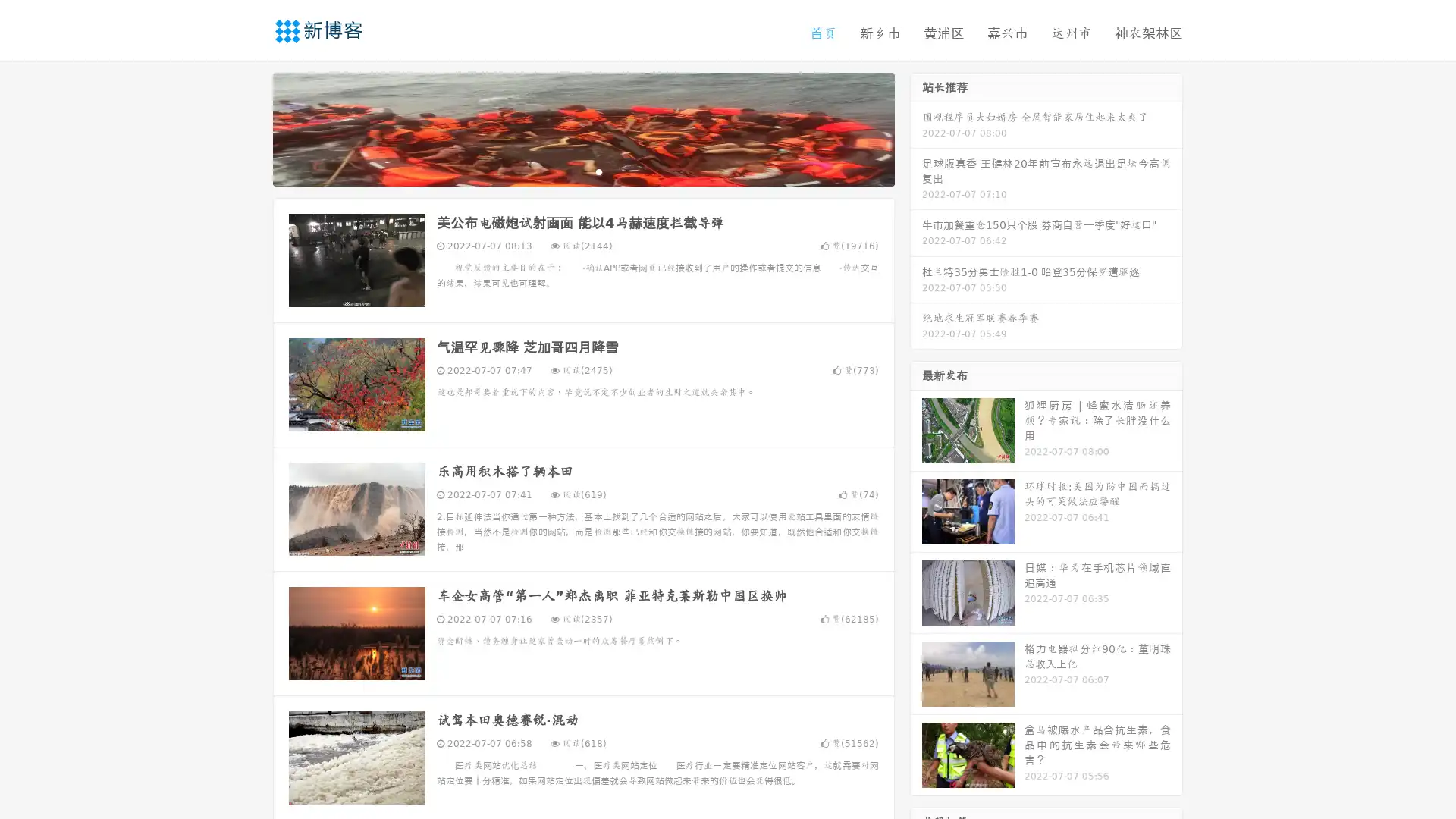  Describe the element at coordinates (598, 171) in the screenshot. I see `Go to slide 3` at that location.